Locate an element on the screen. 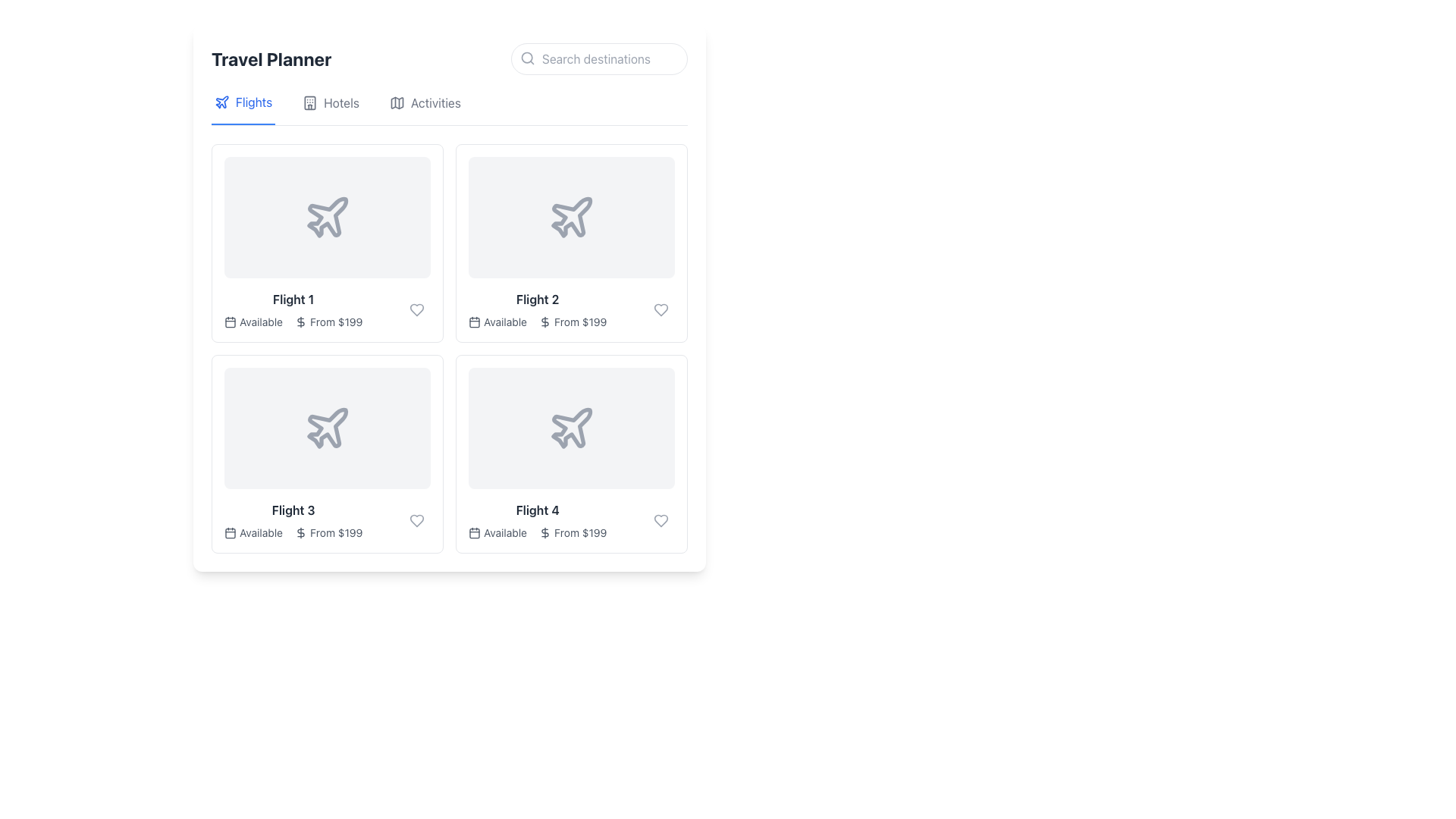  the circular favorite button with a heart icon located in the 'Flight 2' section, adjacent to the text 'From $199', to mark the item as a favorite is located at coordinates (661, 309).